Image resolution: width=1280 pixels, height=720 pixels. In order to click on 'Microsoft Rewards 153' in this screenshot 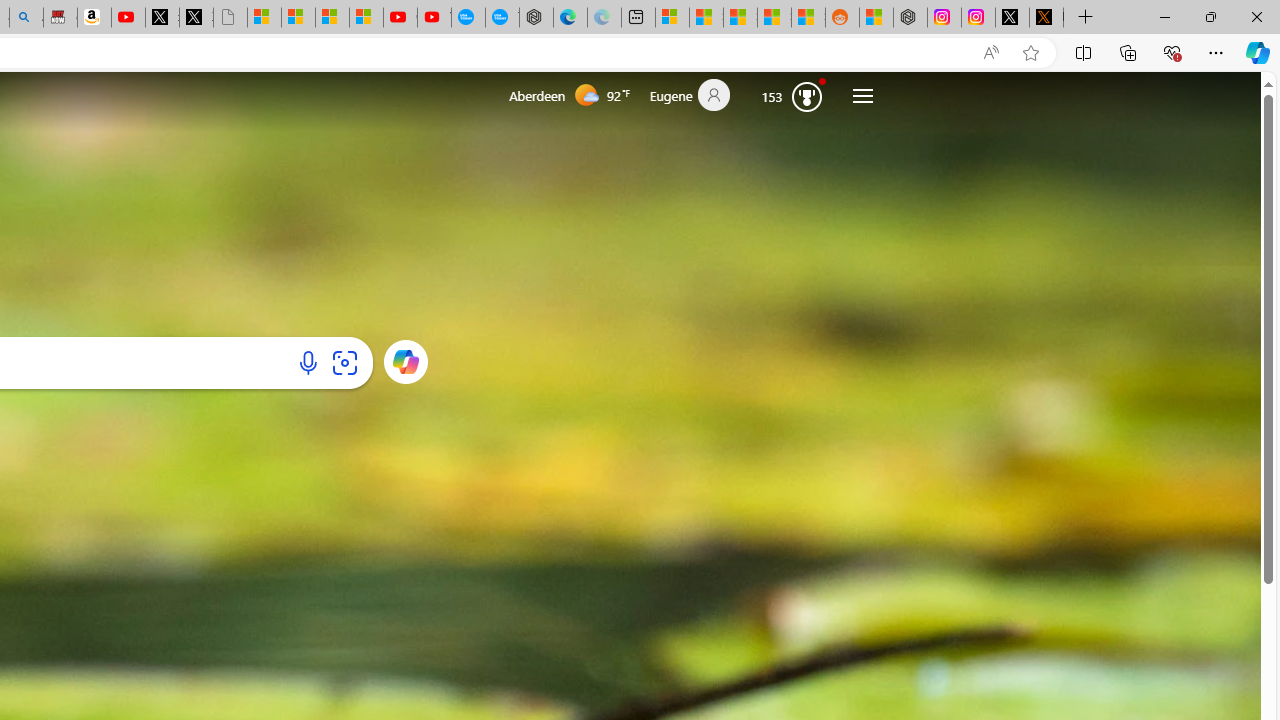, I will do `click(791, 95)`.